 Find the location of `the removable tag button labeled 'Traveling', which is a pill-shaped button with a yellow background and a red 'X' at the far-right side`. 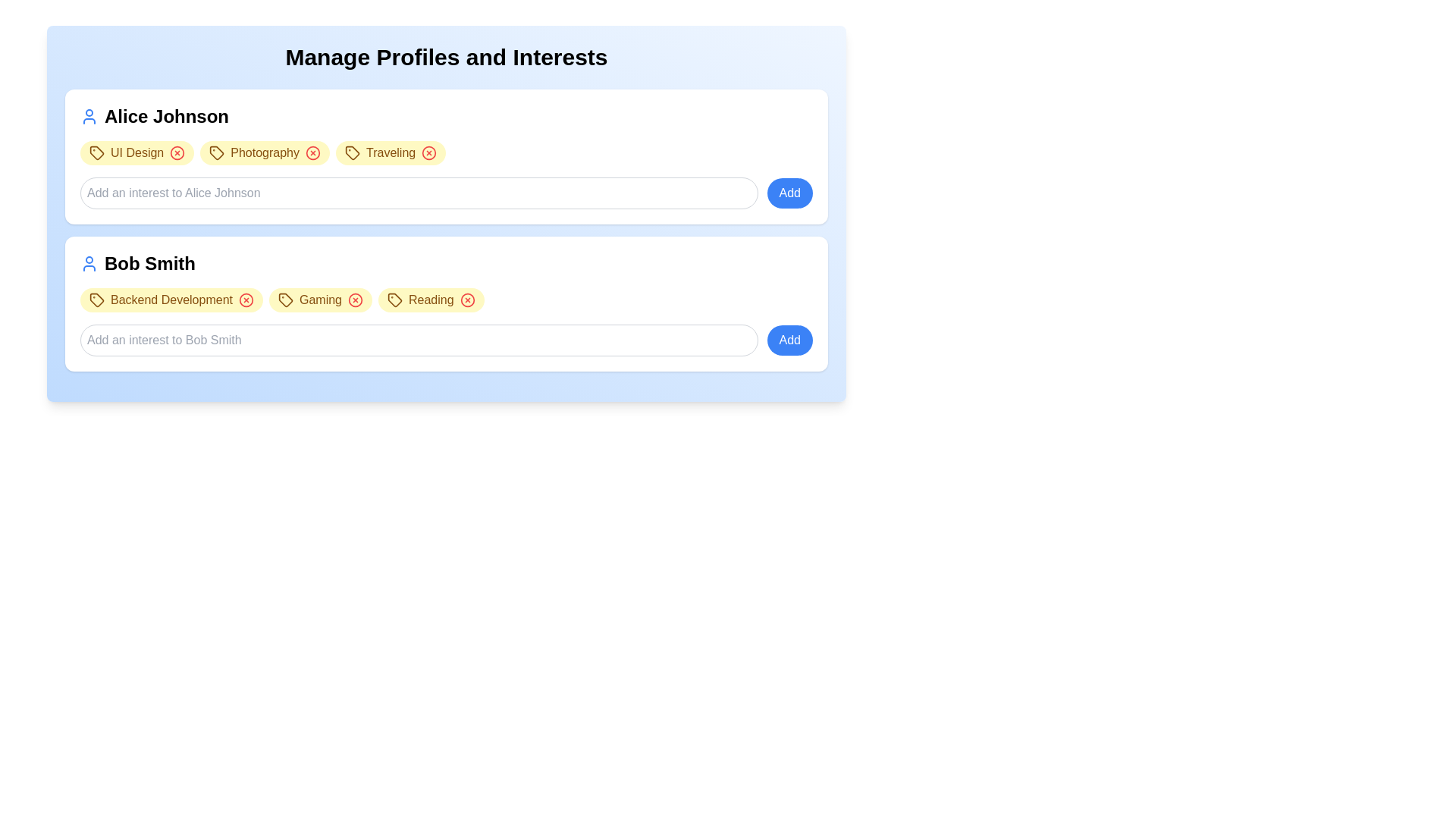

the removable tag button labeled 'Traveling', which is a pill-shaped button with a yellow background and a red 'X' at the far-right side is located at coordinates (391, 152).